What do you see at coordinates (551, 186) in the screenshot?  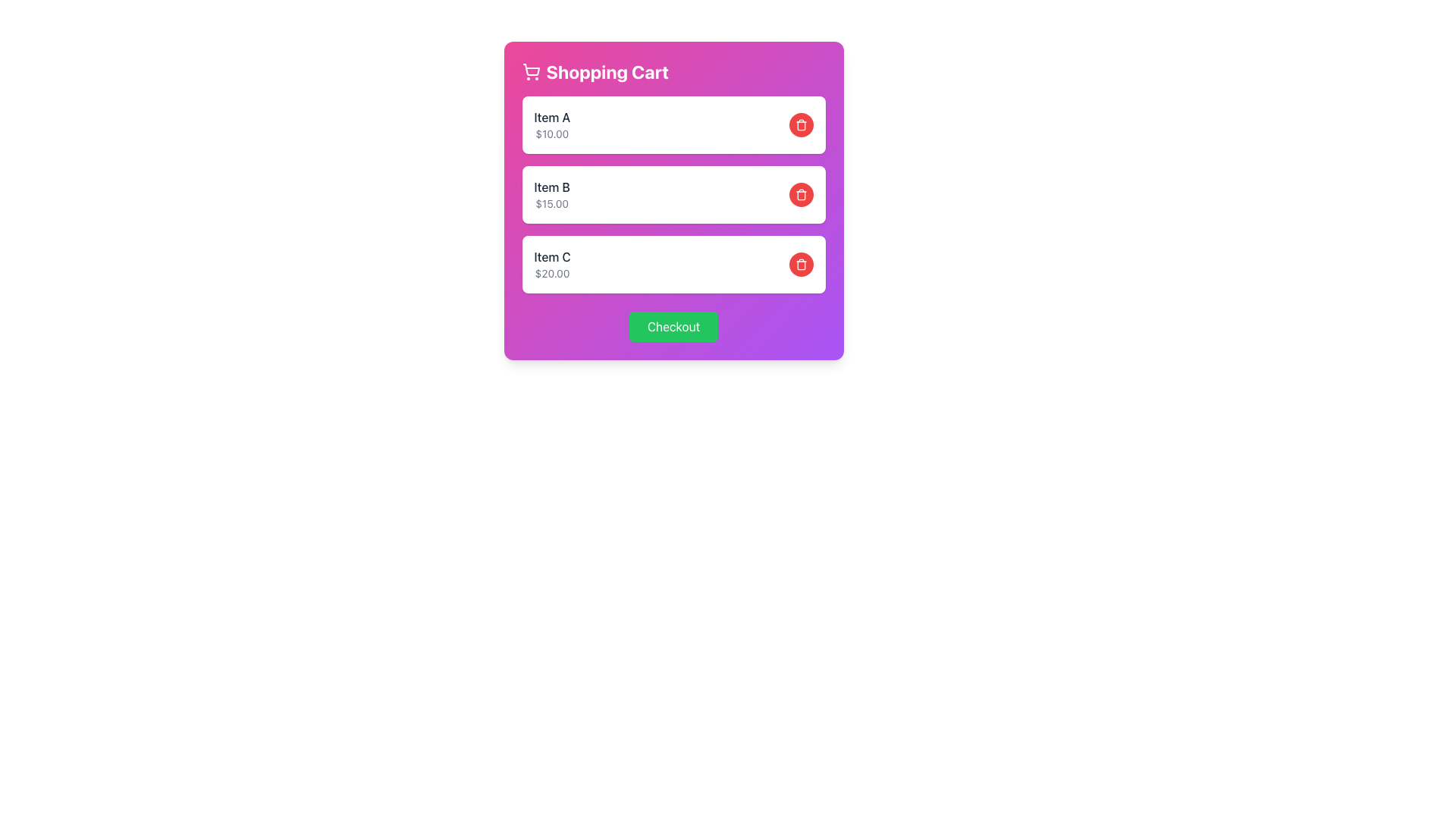 I see `the text label 'Item B' displayed in the shopping cart interface, which is the upper text of the second item in the list` at bounding box center [551, 186].